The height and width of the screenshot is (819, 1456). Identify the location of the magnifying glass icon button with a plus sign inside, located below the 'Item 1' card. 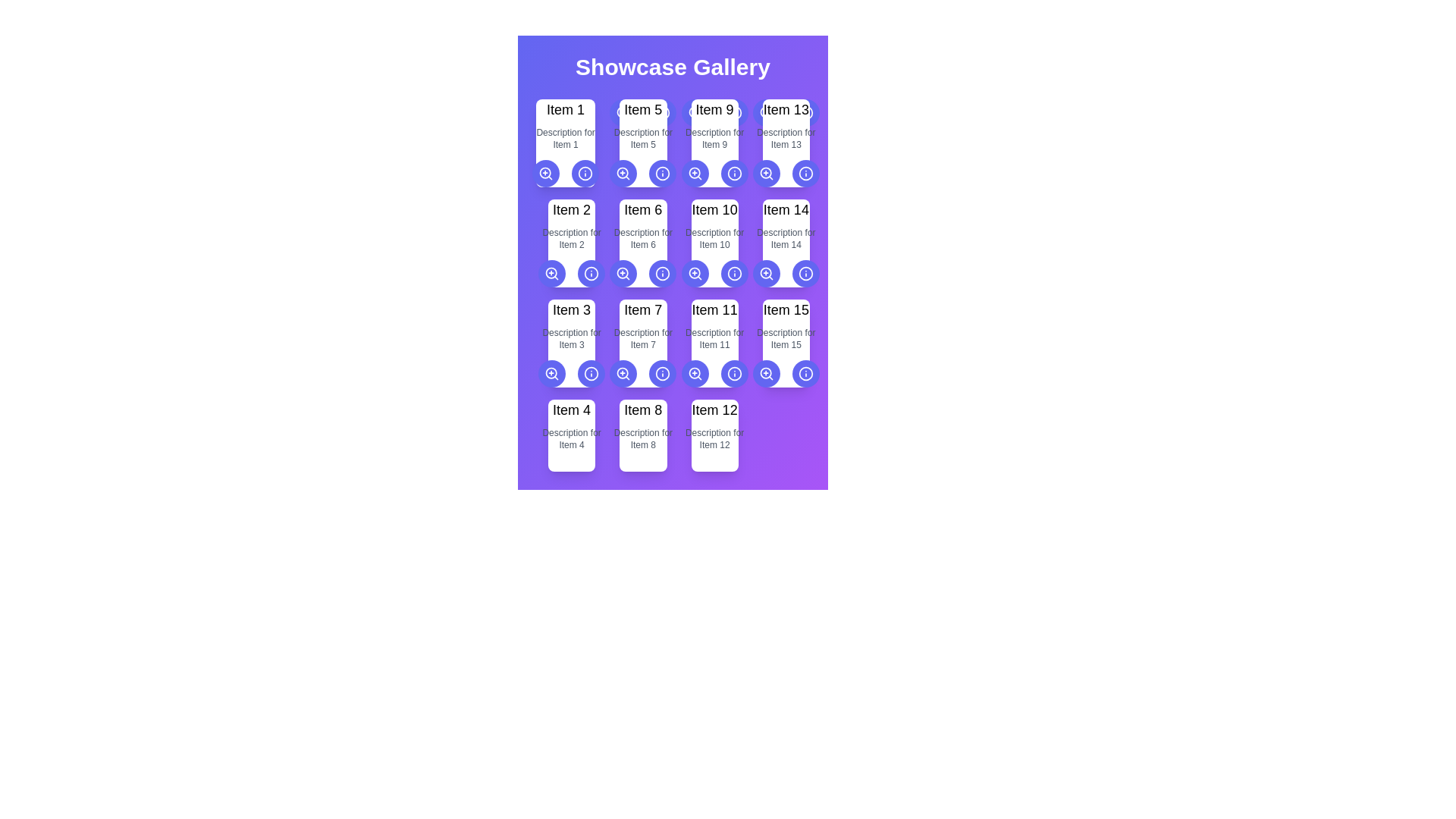
(546, 172).